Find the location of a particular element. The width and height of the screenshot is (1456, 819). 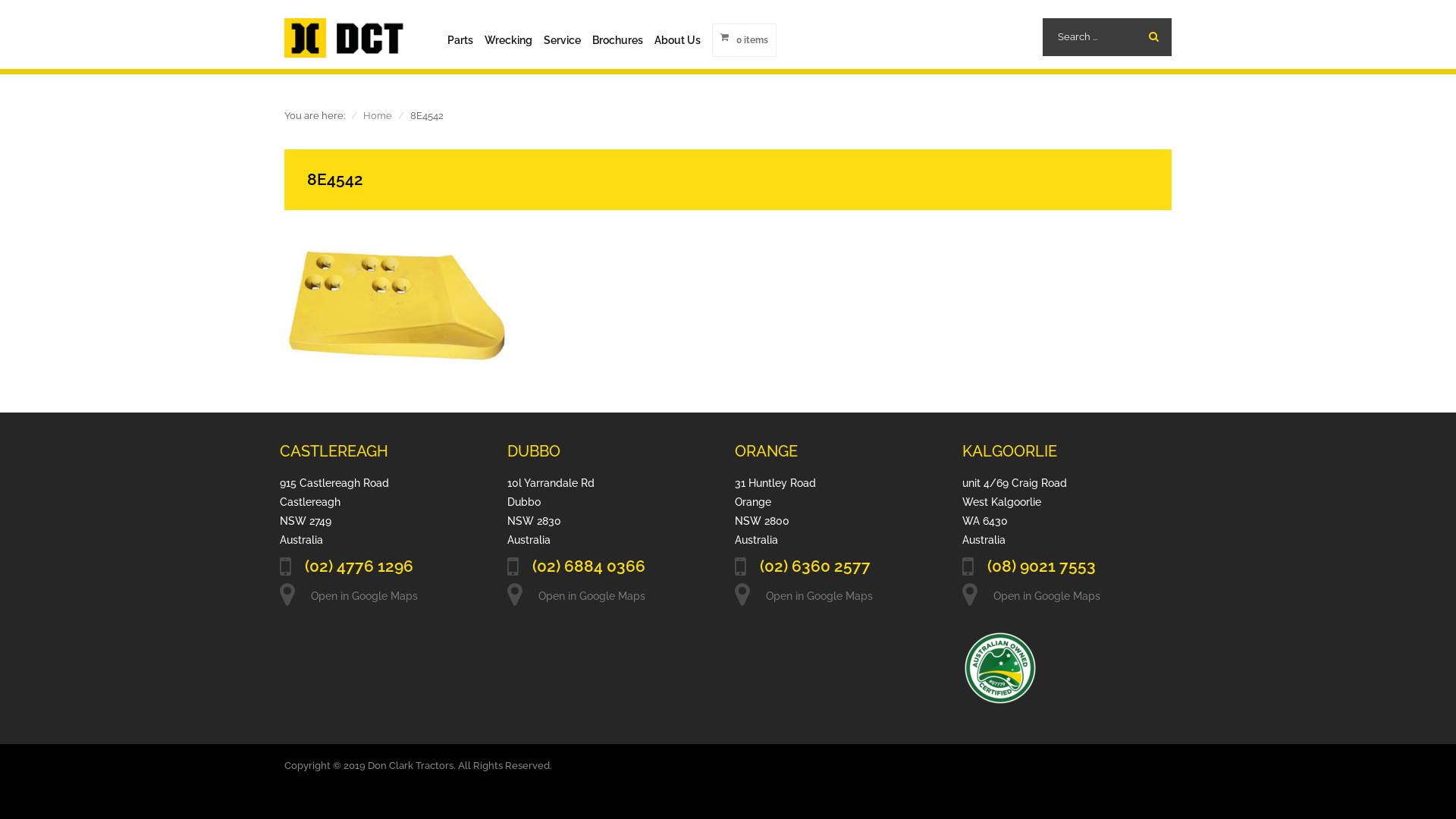

'Service' is located at coordinates (543, 39).